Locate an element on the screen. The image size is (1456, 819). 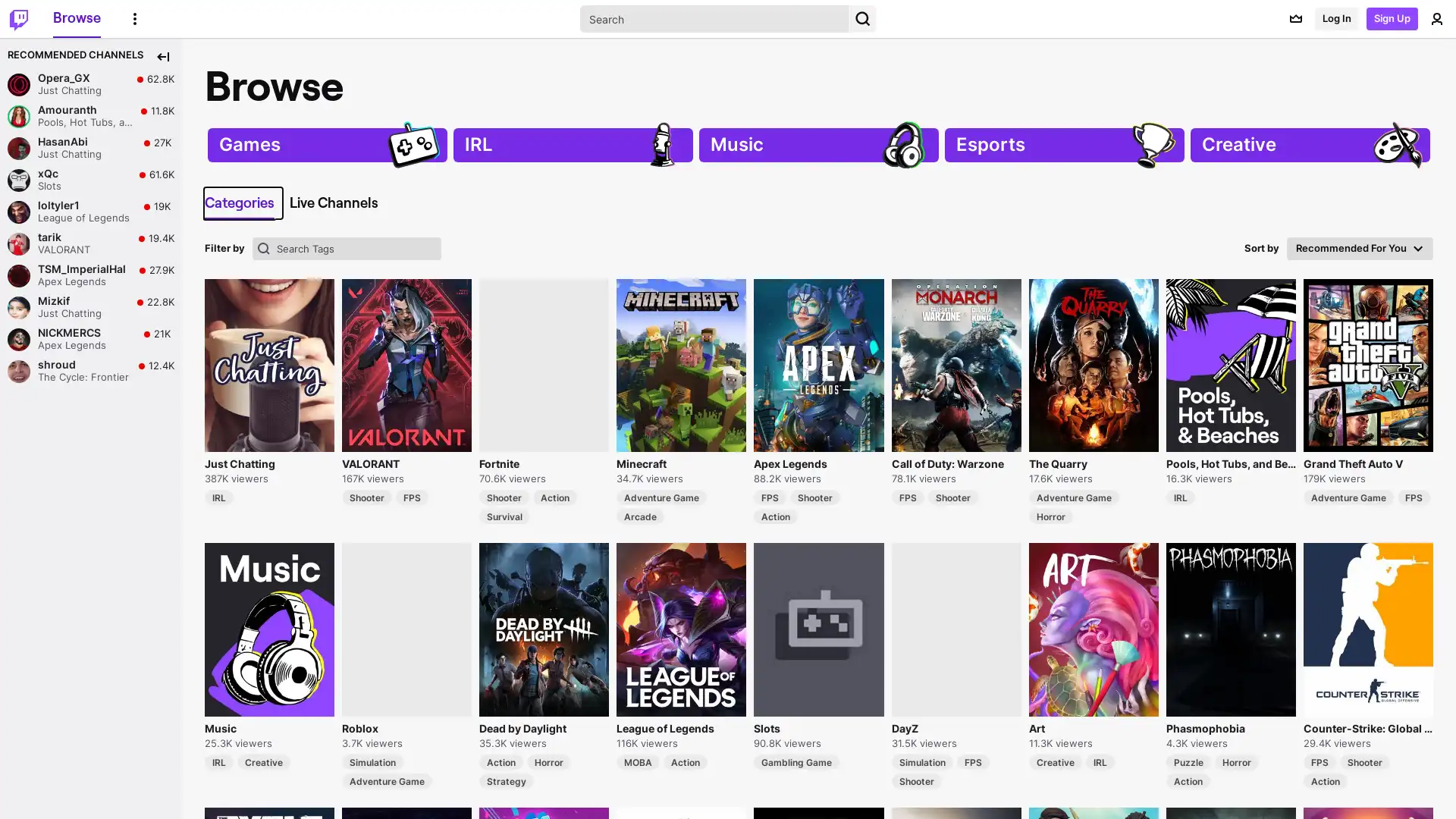
More is located at coordinates (134, 17).